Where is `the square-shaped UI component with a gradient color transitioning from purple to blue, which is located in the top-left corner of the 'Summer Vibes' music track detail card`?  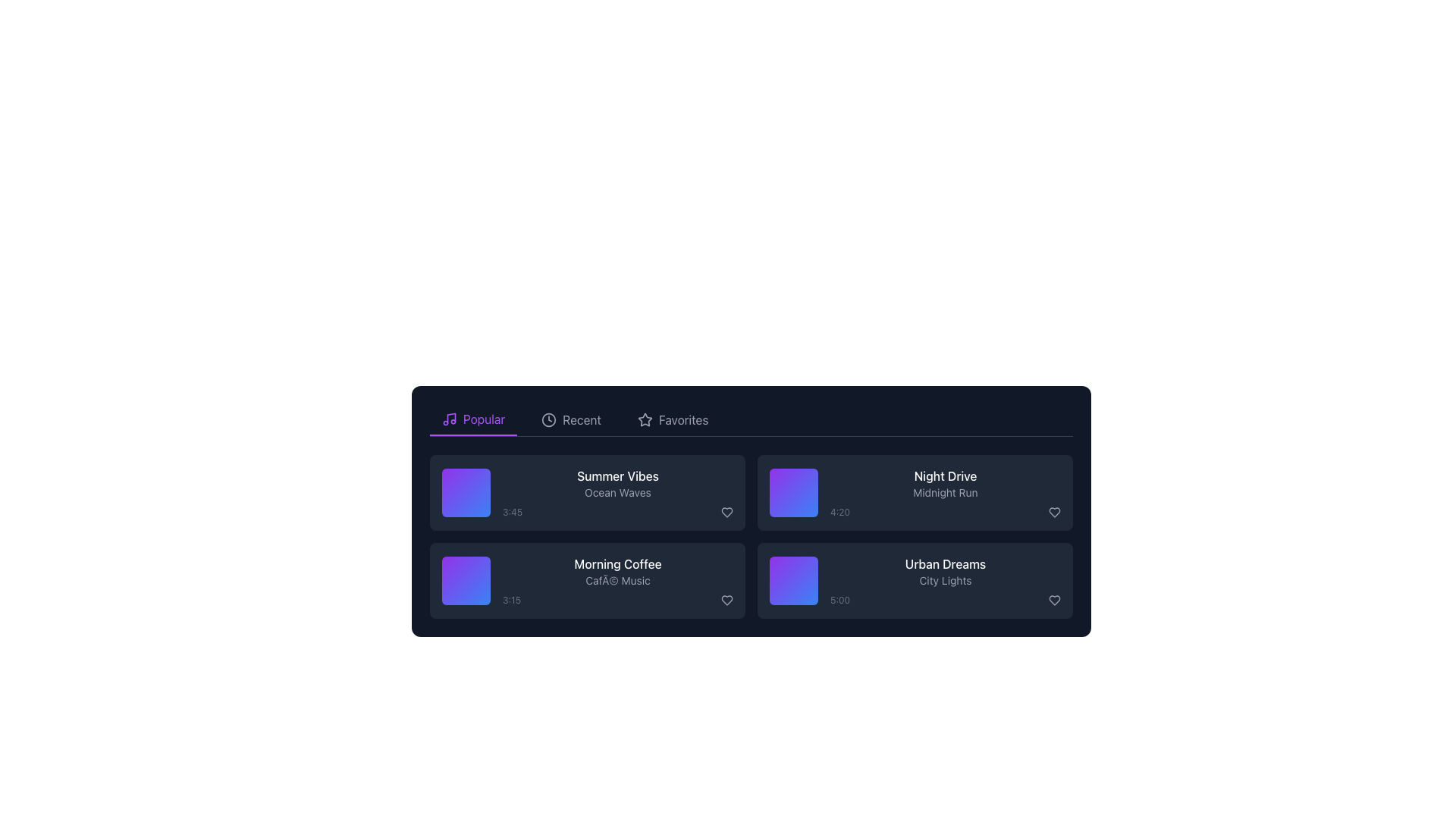
the square-shaped UI component with a gradient color transitioning from purple to blue, which is located in the top-left corner of the 'Summer Vibes' music track detail card is located at coordinates (465, 493).